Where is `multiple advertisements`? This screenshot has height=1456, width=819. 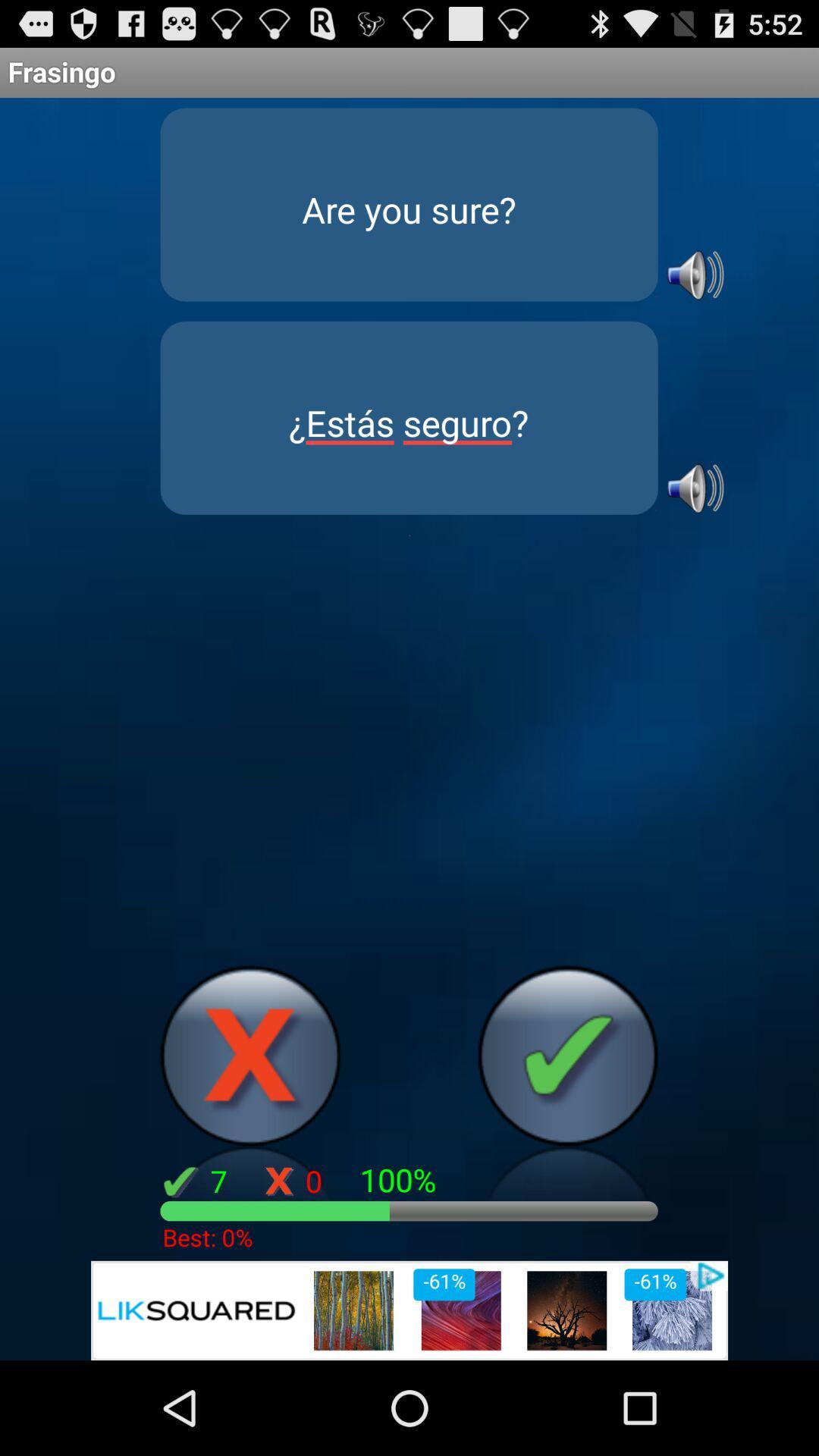
multiple advertisements is located at coordinates (409, 1310).